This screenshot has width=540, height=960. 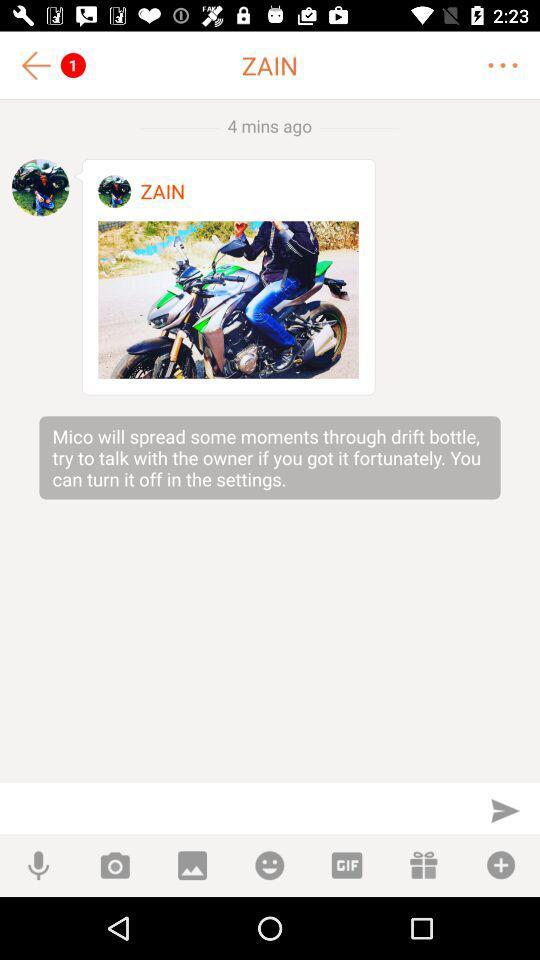 I want to click on a gif, so click(x=345, y=864).